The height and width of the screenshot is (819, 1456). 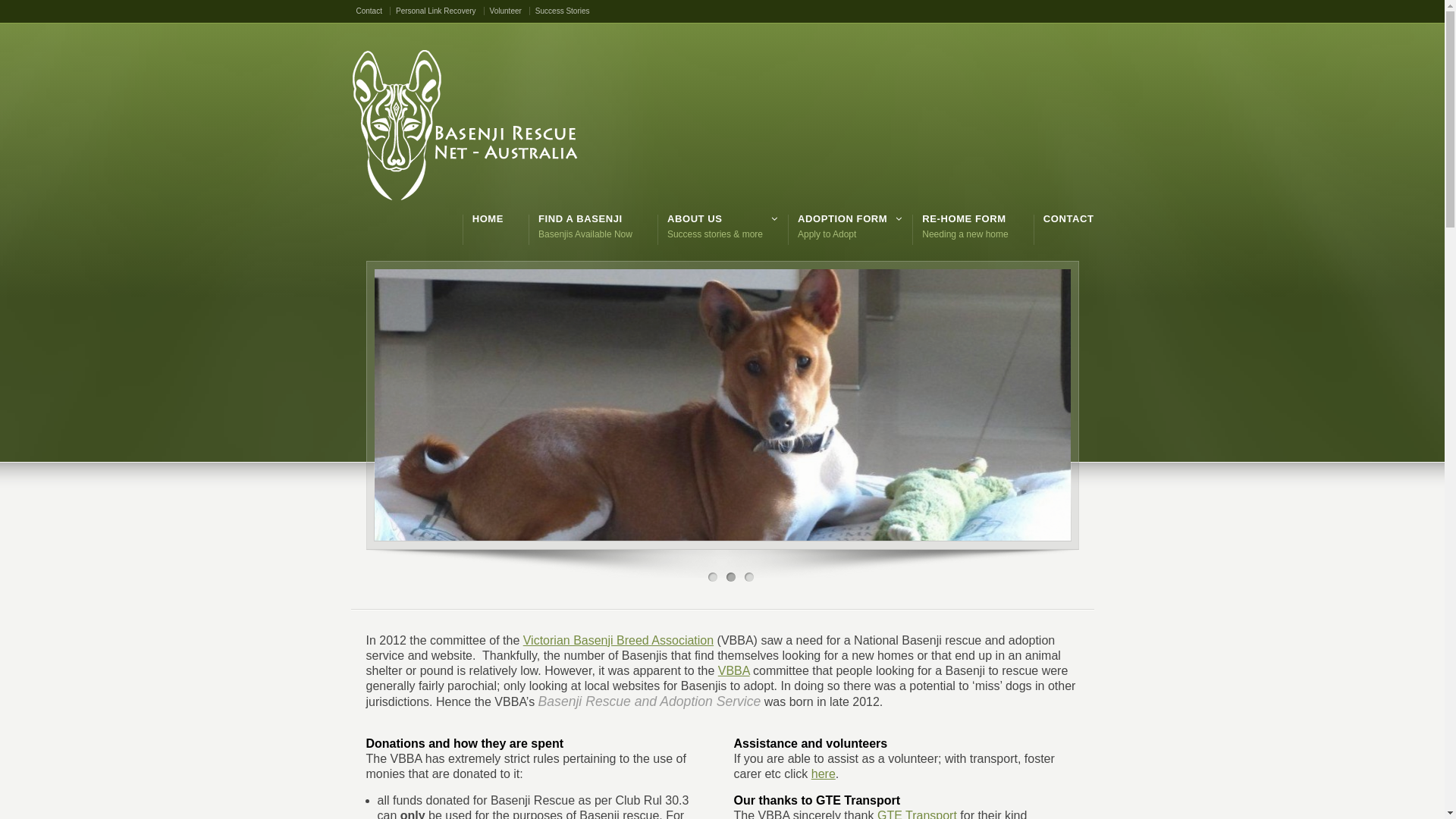 What do you see at coordinates (731, 576) in the screenshot?
I see `'2'` at bounding box center [731, 576].